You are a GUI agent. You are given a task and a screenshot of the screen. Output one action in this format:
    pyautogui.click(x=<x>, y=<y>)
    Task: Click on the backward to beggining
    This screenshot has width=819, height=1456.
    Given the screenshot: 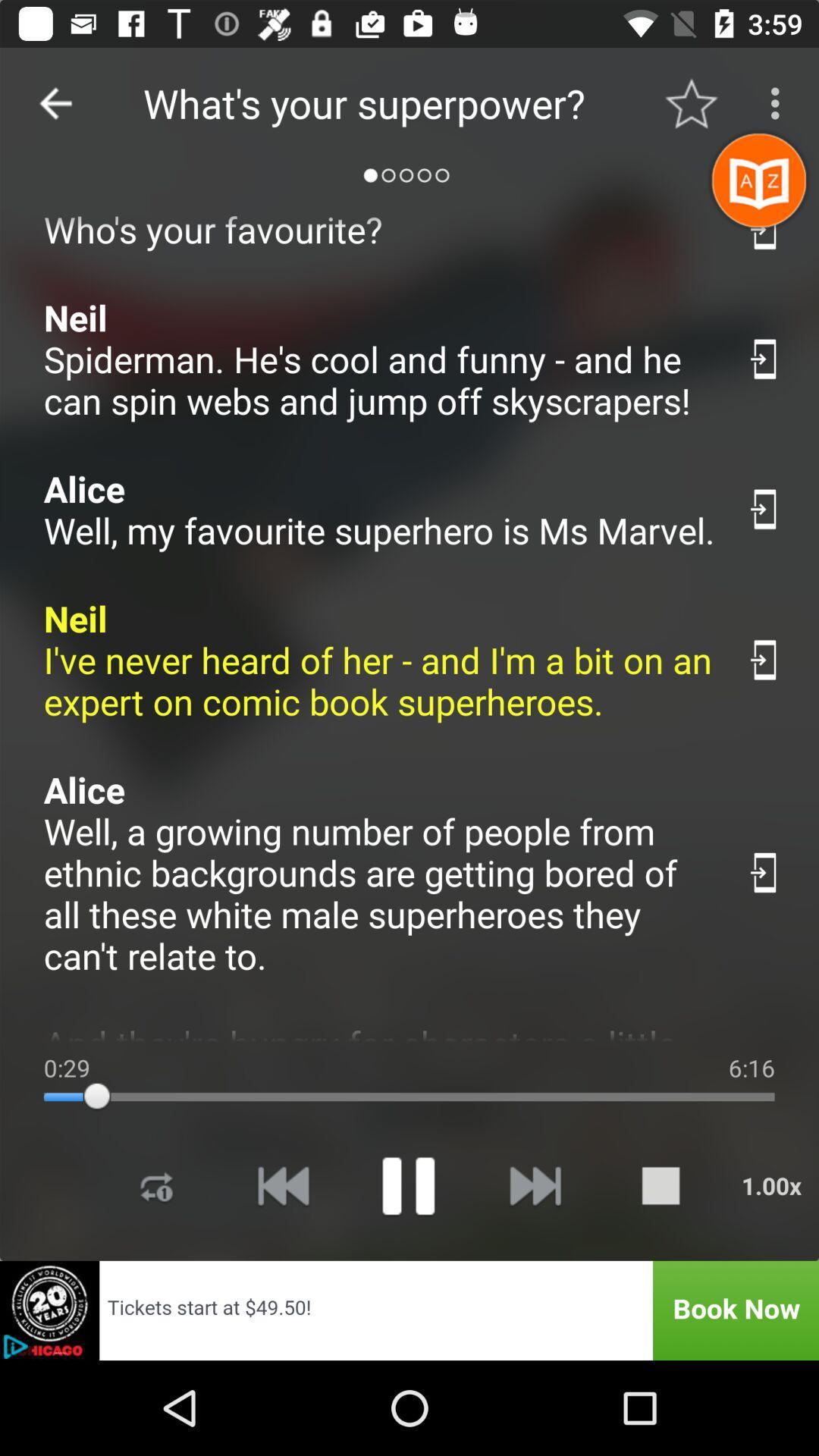 What is the action you would take?
    pyautogui.click(x=283, y=1185)
    